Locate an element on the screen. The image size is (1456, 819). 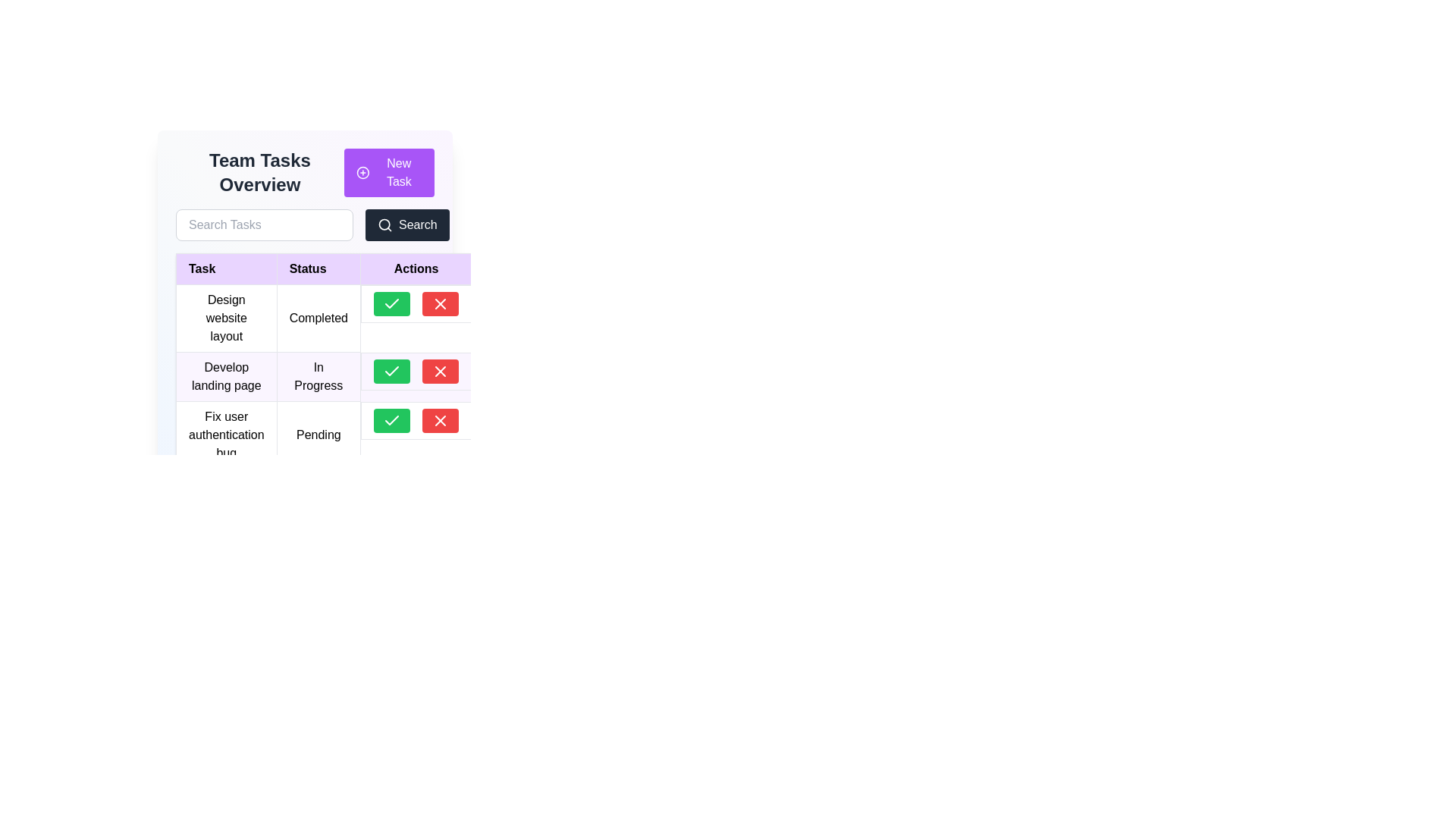
the Text label indicating the status of the completed task 'Design website layout' in the task management overview table is located at coordinates (318, 318).